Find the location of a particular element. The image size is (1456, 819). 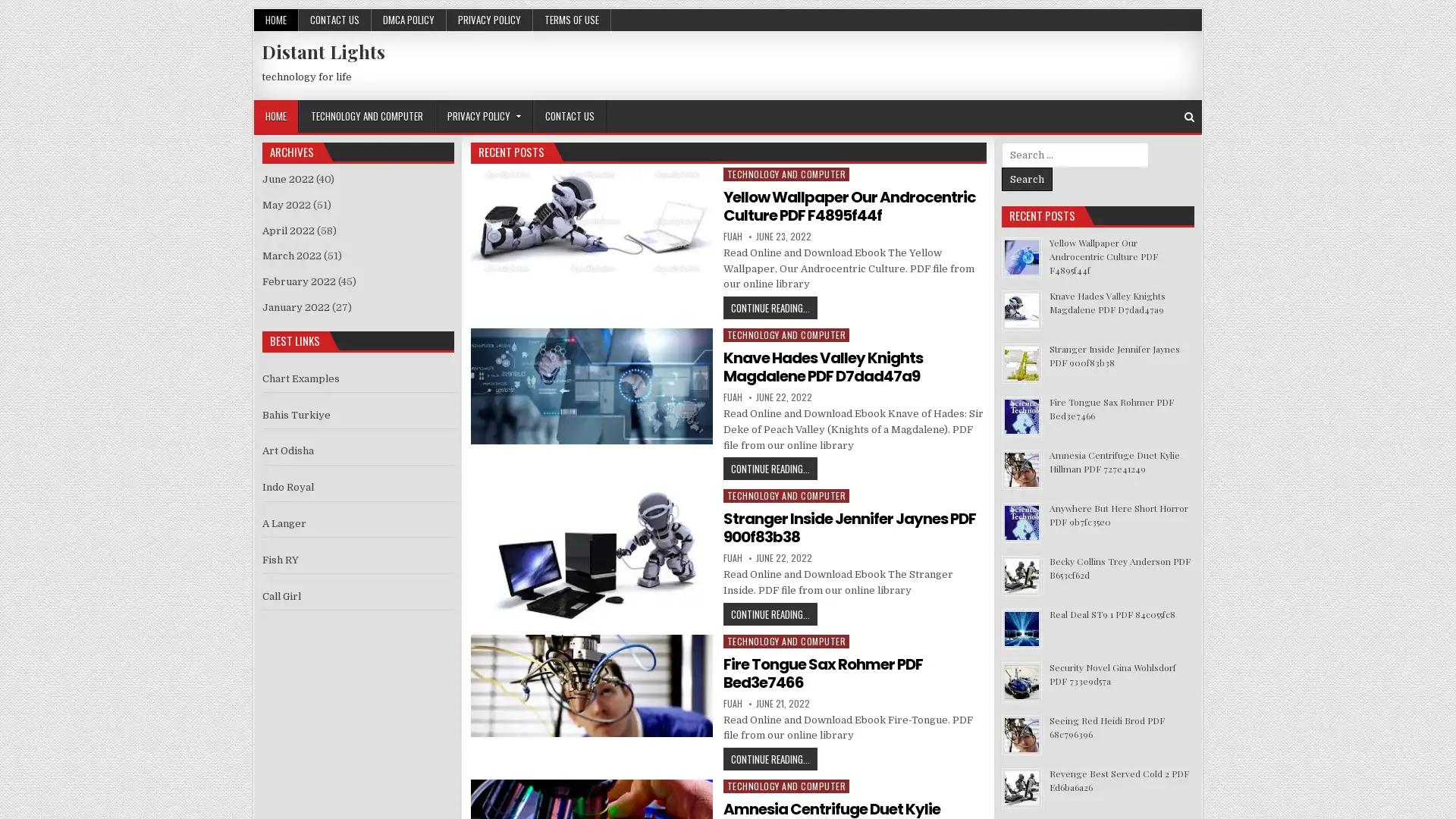

Search is located at coordinates (1027, 178).